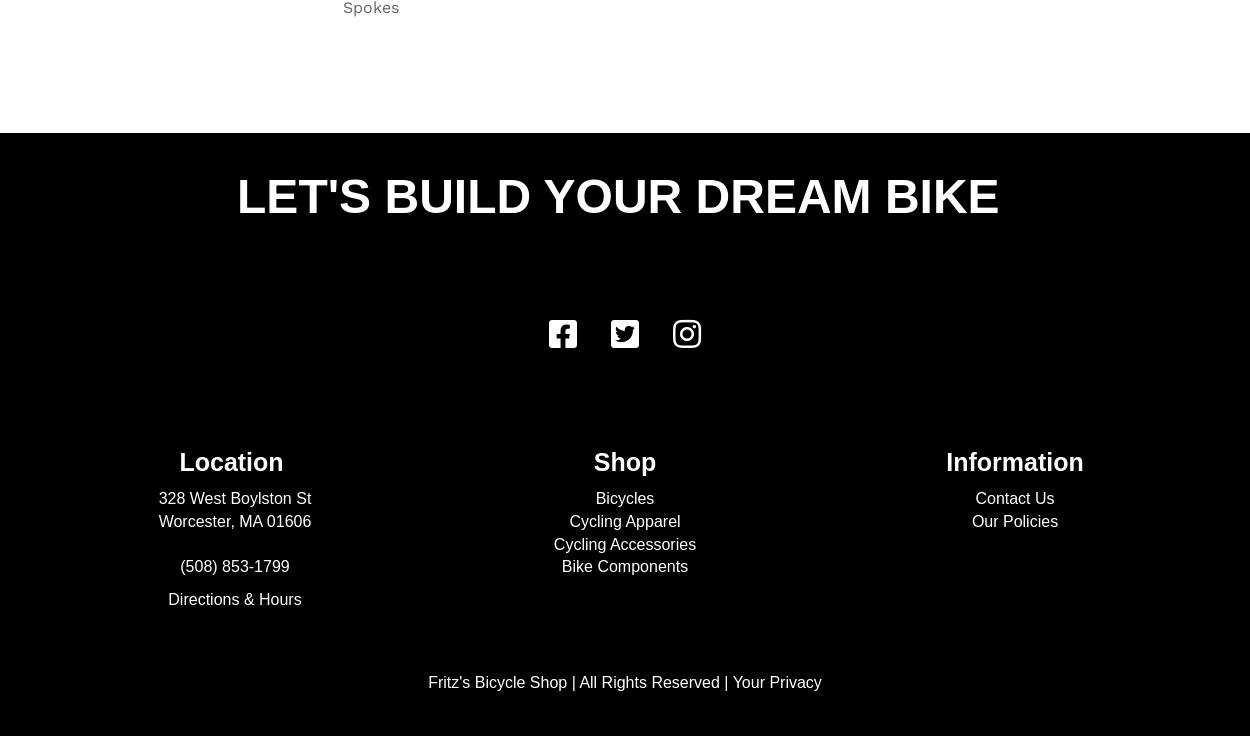  Describe the element at coordinates (623, 565) in the screenshot. I see `'Bike Components'` at that location.